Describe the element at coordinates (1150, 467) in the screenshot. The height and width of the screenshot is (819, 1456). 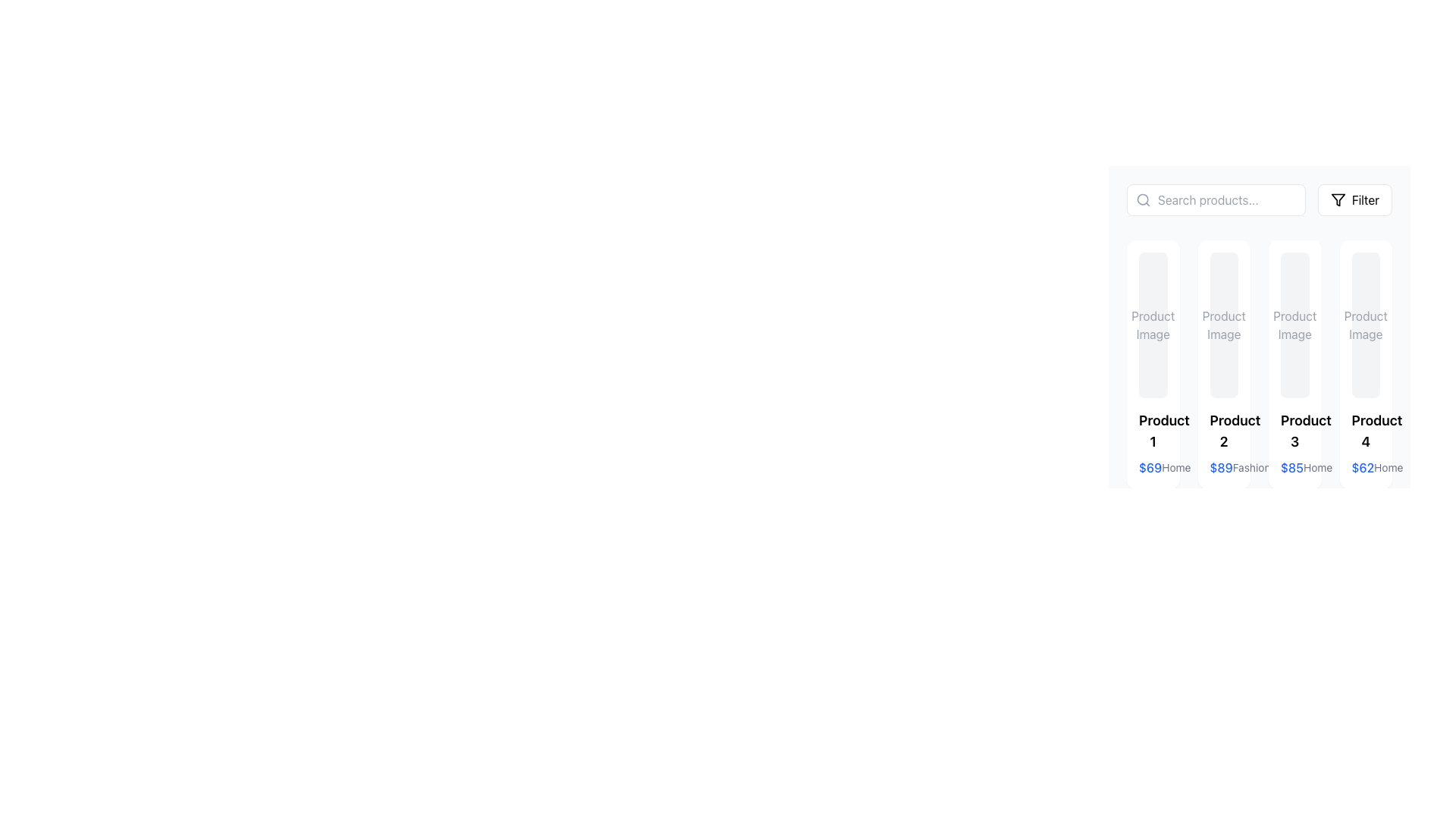
I see `the text label displaying '$69' which is in medium-weight blue font, positioned to the left of 'Home' under the 'Product 1' label` at that location.